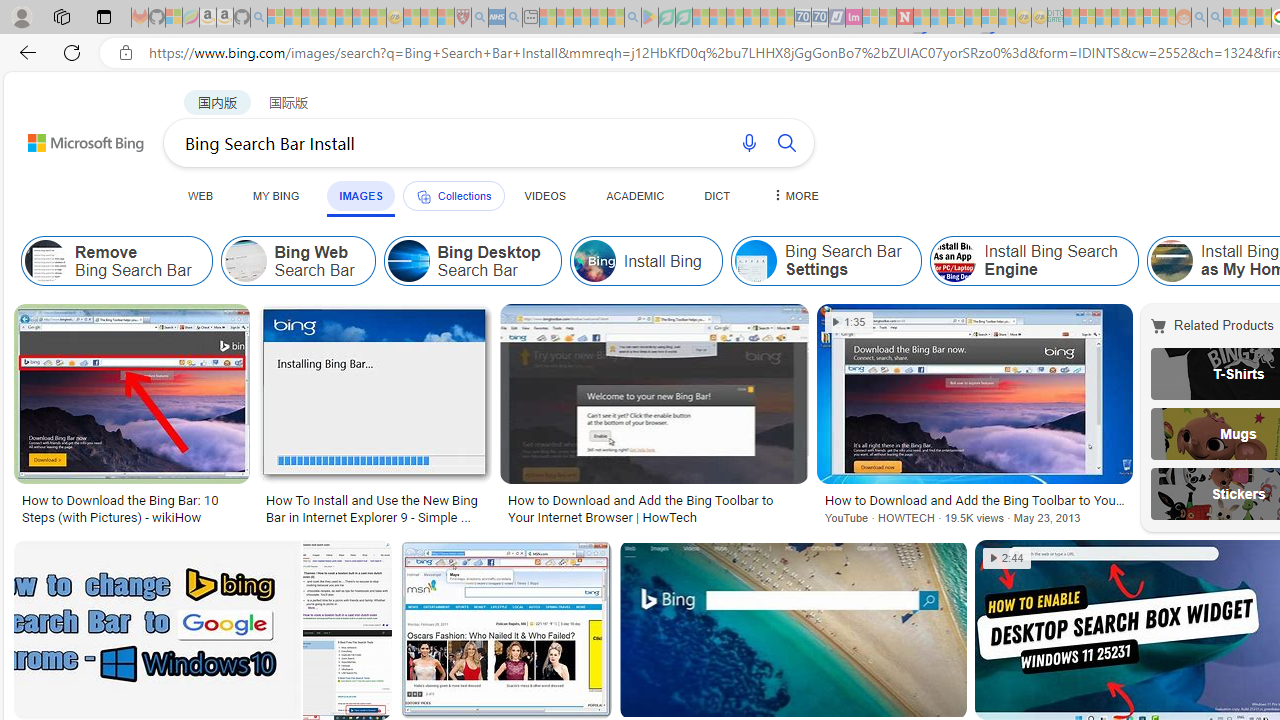 The width and height of the screenshot is (1280, 720). What do you see at coordinates (308, 17) in the screenshot?
I see `'The Weather Channel - MSN - Sleeping'` at bounding box center [308, 17].